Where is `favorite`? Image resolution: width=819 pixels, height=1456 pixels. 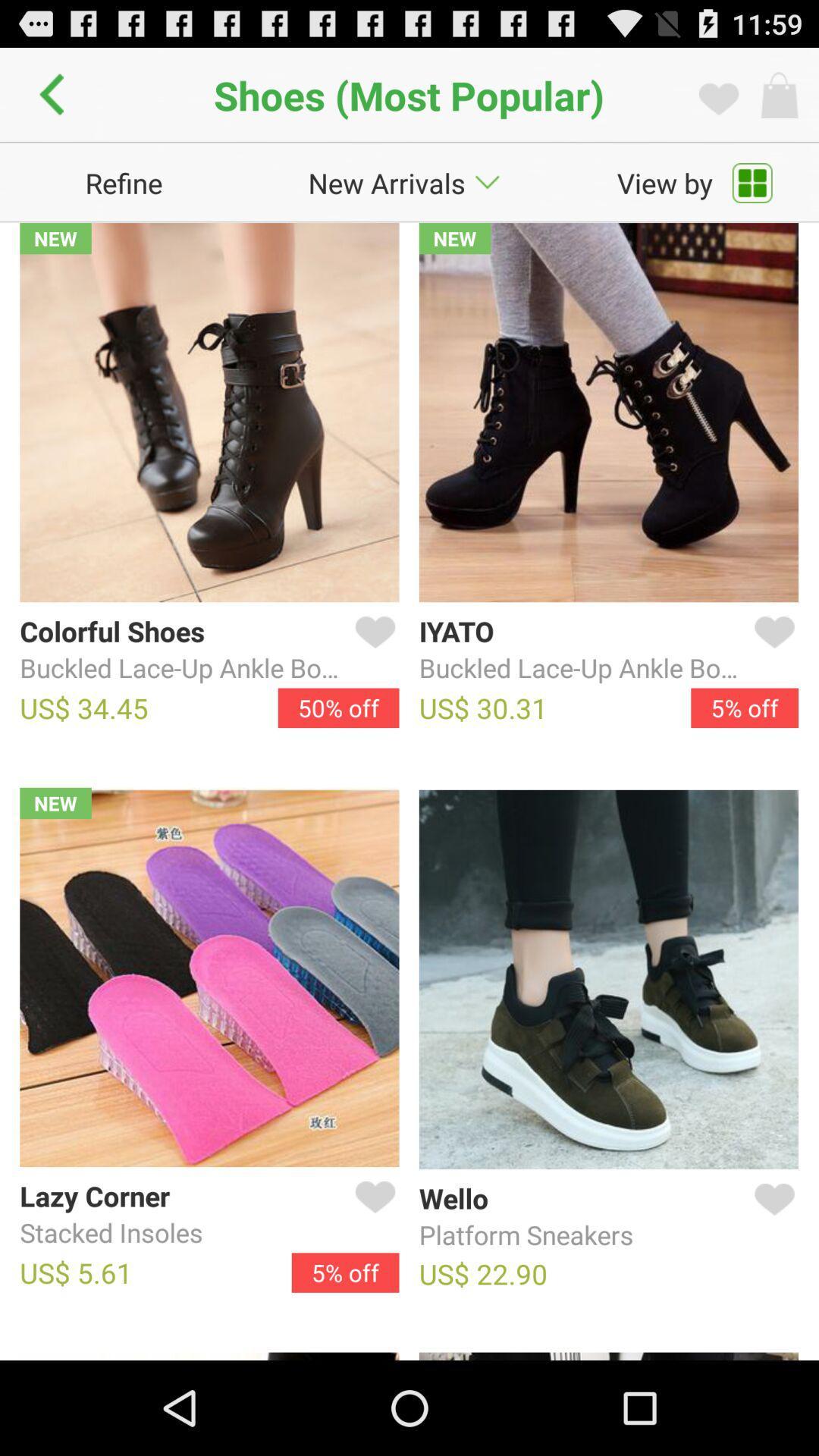
favorite is located at coordinates (771, 650).